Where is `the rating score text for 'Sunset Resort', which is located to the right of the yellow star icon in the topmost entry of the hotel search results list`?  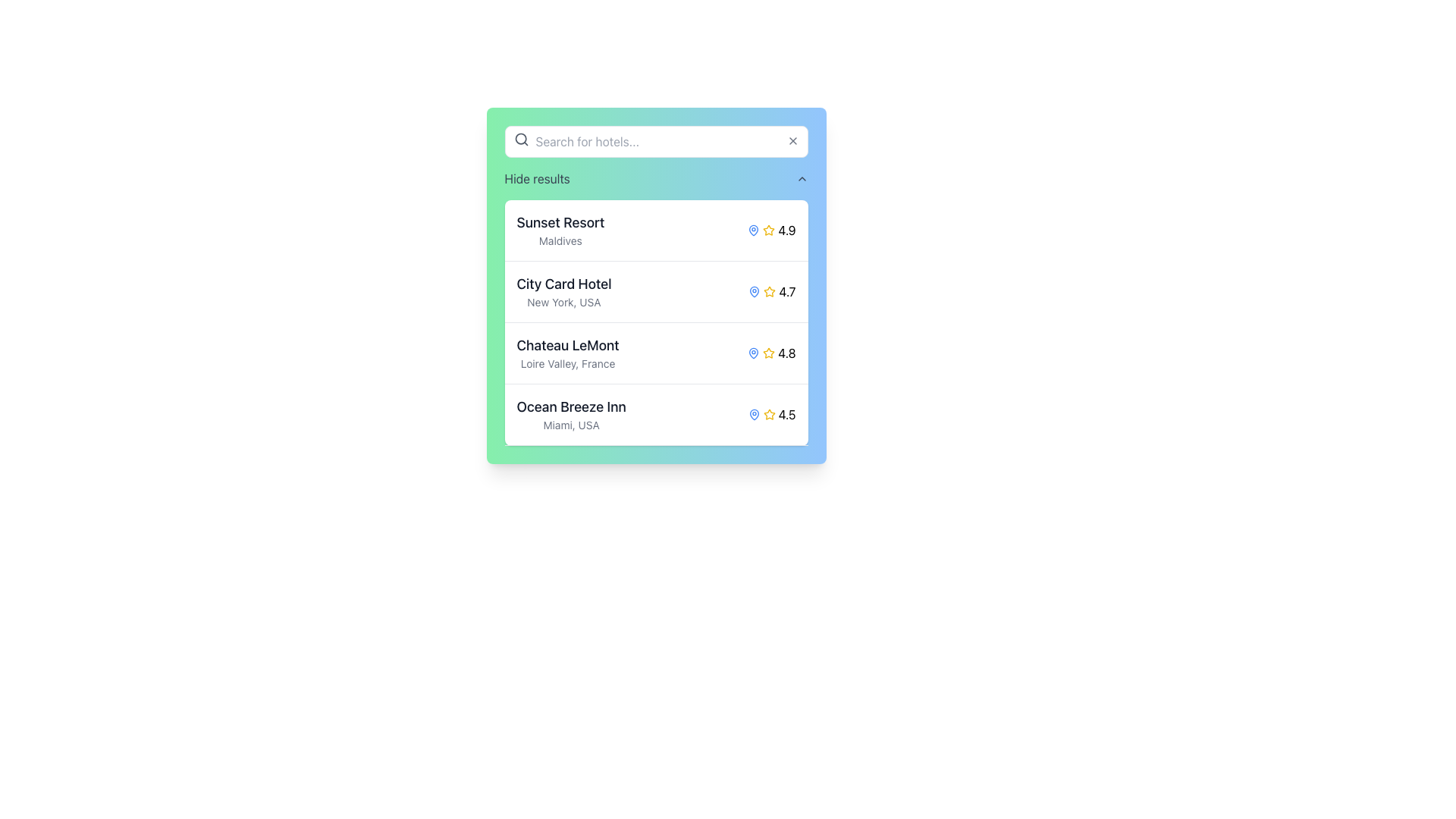
the rating score text for 'Sunset Resort', which is located to the right of the yellow star icon in the topmost entry of the hotel search results list is located at coordinates (786, 231).